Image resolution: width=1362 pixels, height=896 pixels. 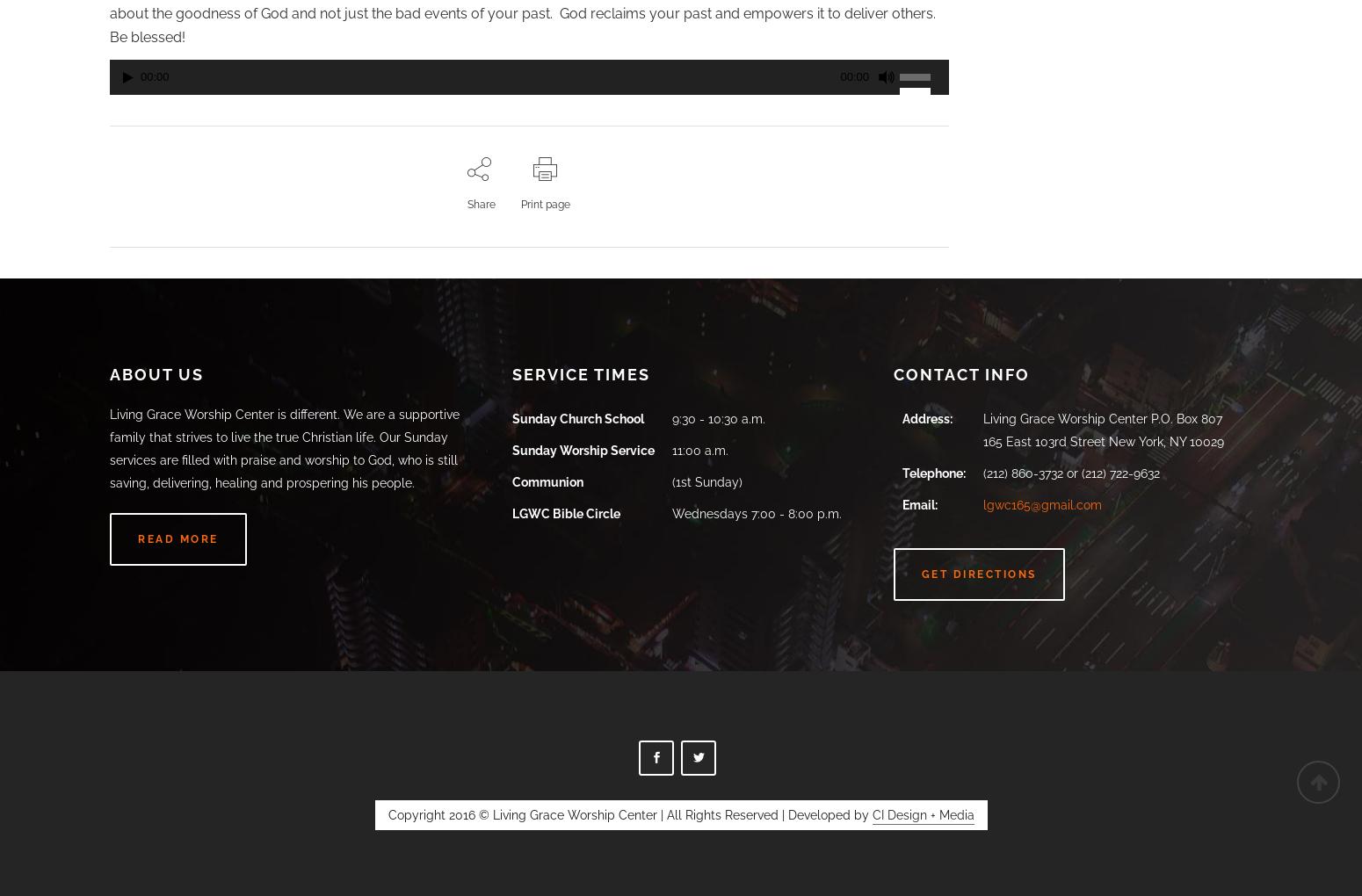 What do you see at coordinates (480, 204) in the screenshot?
I see `'Share'` at bounding box center [480, 204].